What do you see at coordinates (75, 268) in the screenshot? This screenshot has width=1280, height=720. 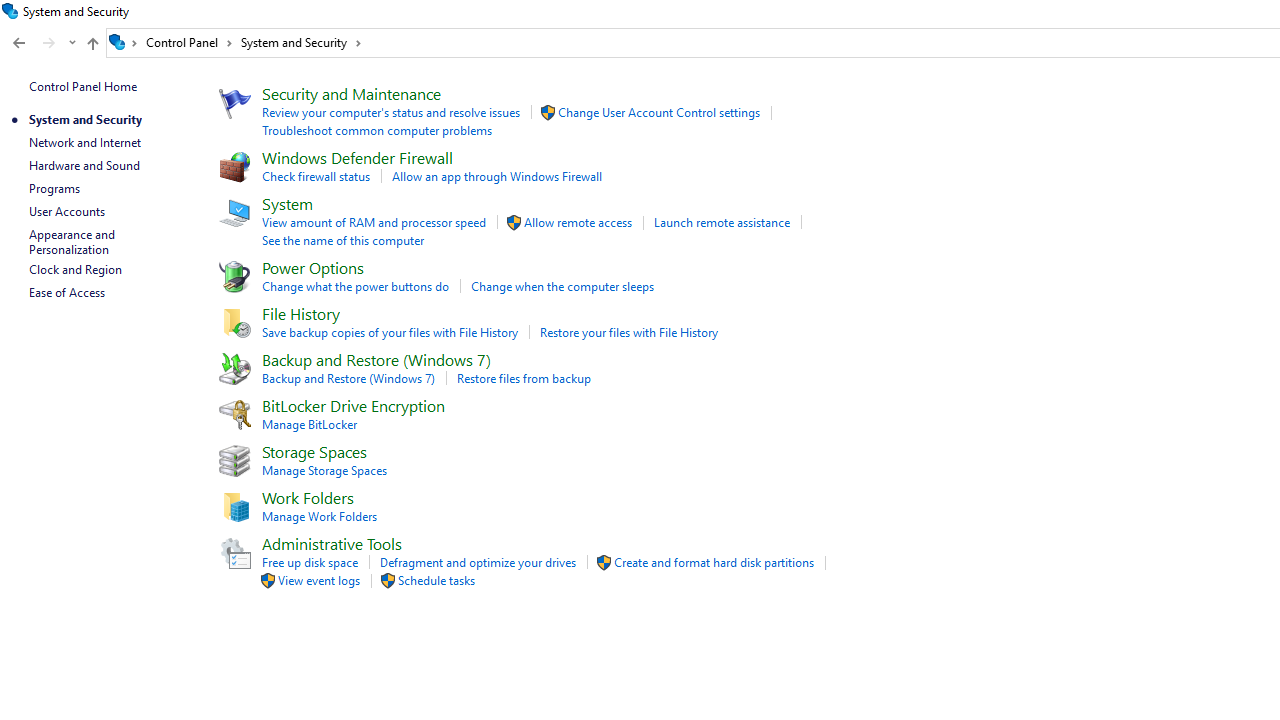 I see `'Clock and Region'` at bounding box center [75, 268].